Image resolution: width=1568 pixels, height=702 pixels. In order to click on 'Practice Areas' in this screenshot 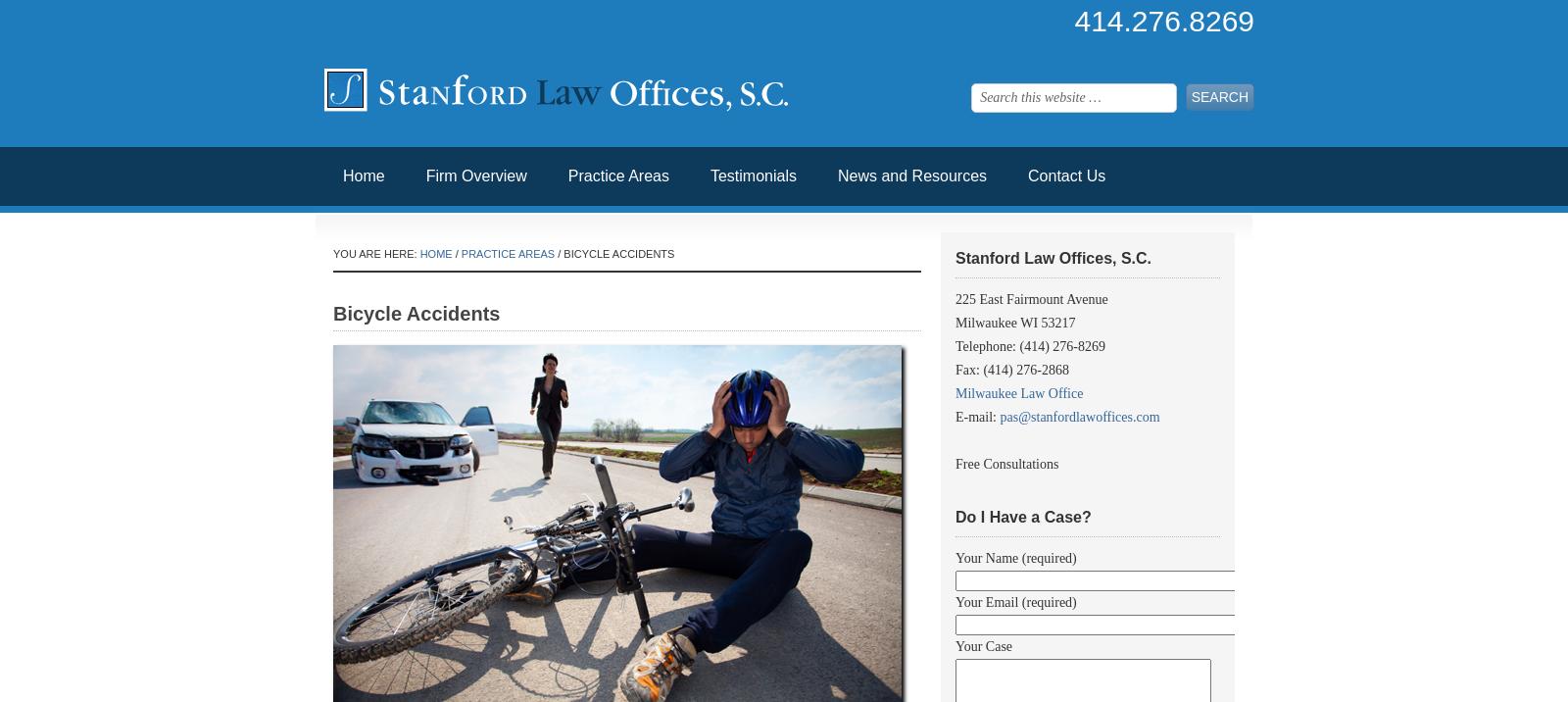, I will do `click(506, 253)`.